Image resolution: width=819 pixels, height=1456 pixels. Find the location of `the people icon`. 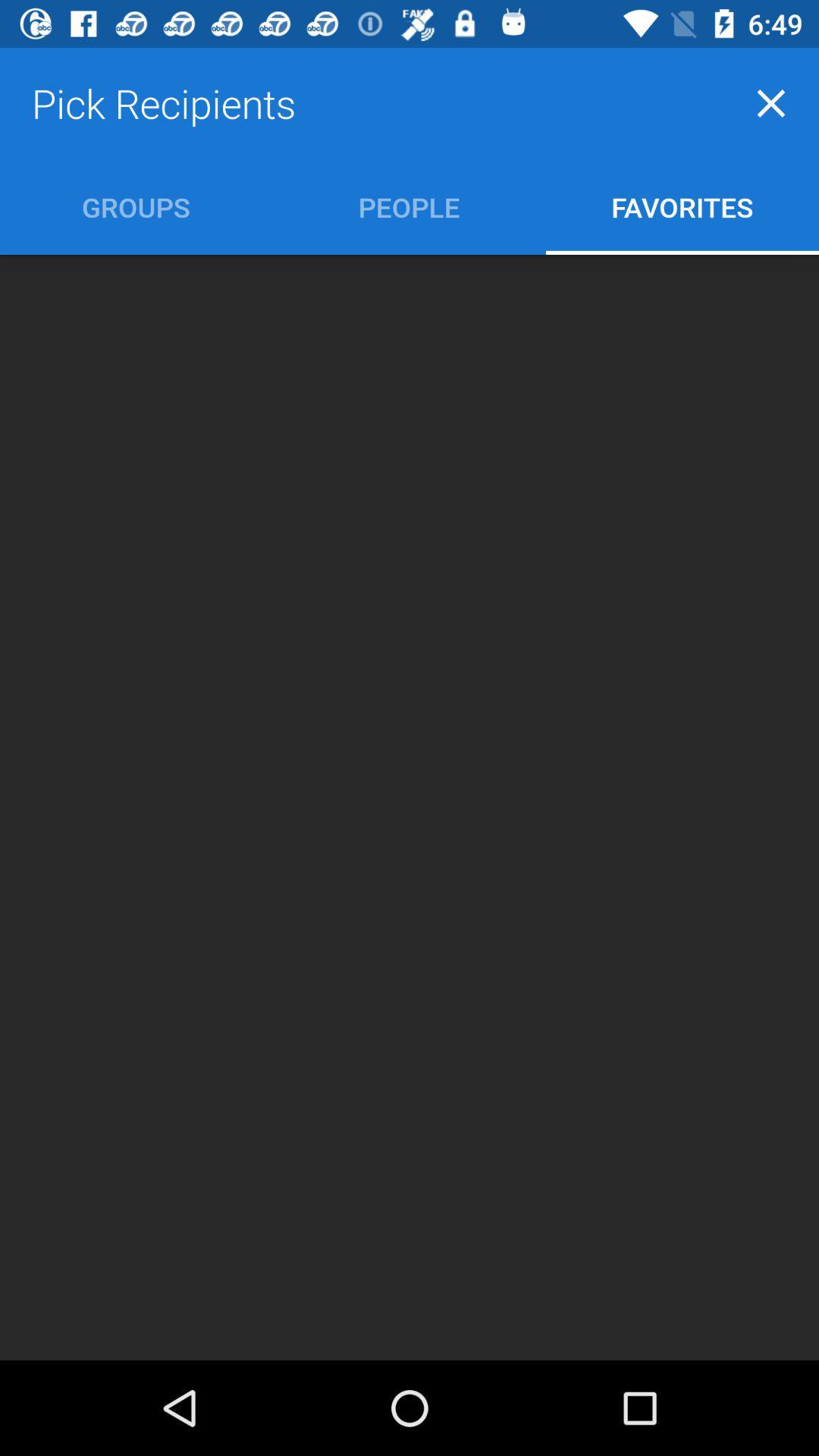

the people icon is located at coordinates (408, 206).